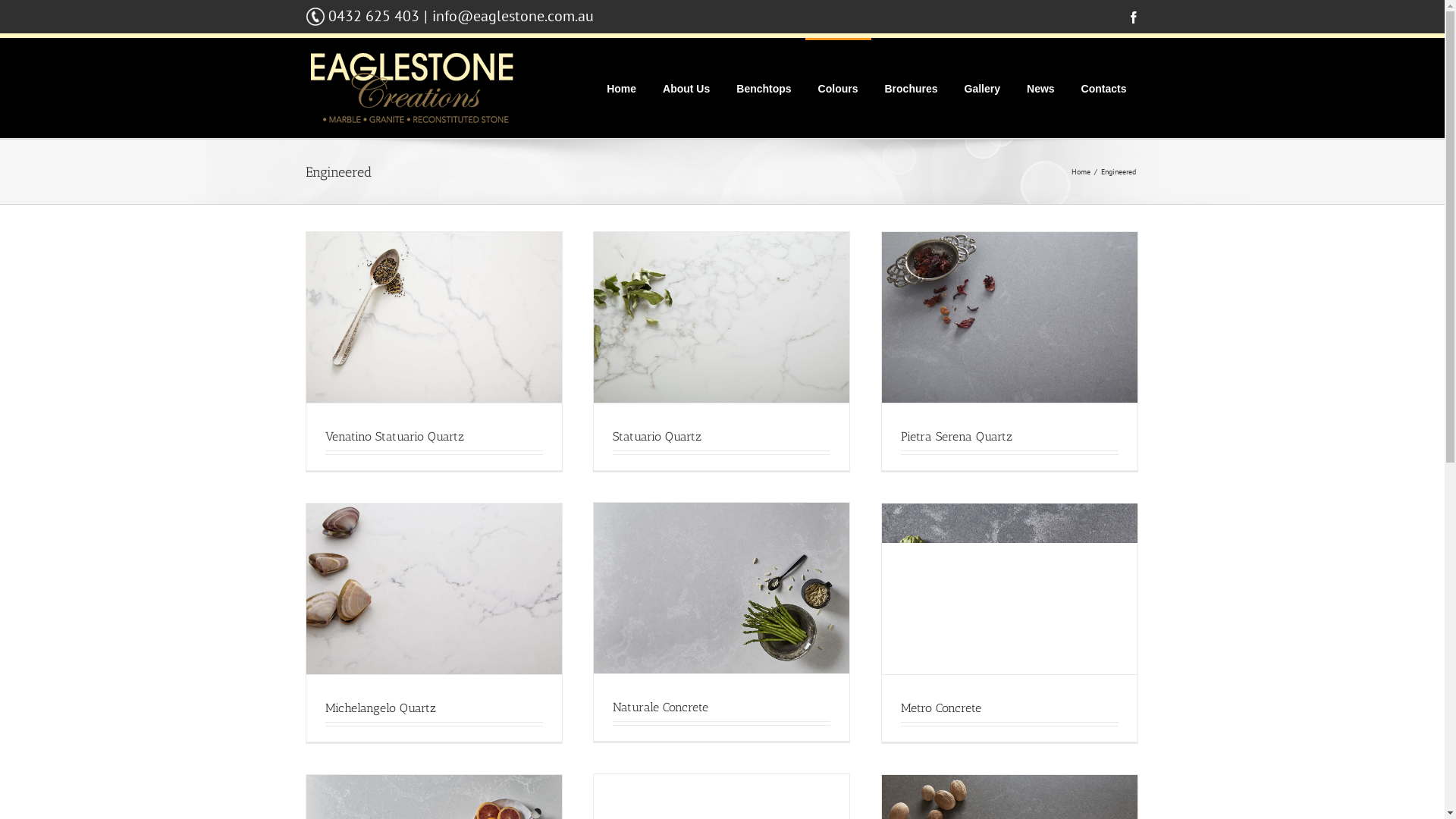 The image size is (1456, 819). What do you see at coordinates (910, 87) in the screenshot?
I see `'Brochures'` at bounding box center [910, 87].